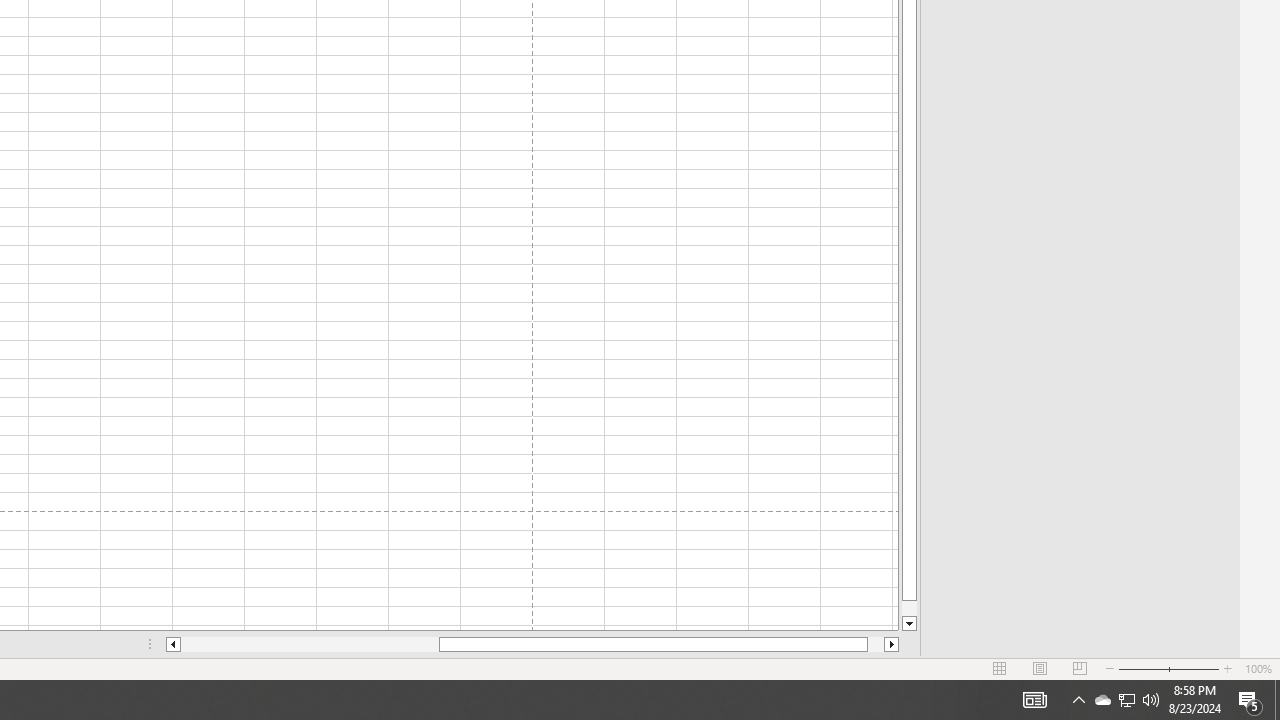 The height and width of the screenshot is (720, 1280). What do you see at coordinates (1078, 698) in the screenshot?
I see `'AutomationID: 4105'` at bounding box center [1078, 698].